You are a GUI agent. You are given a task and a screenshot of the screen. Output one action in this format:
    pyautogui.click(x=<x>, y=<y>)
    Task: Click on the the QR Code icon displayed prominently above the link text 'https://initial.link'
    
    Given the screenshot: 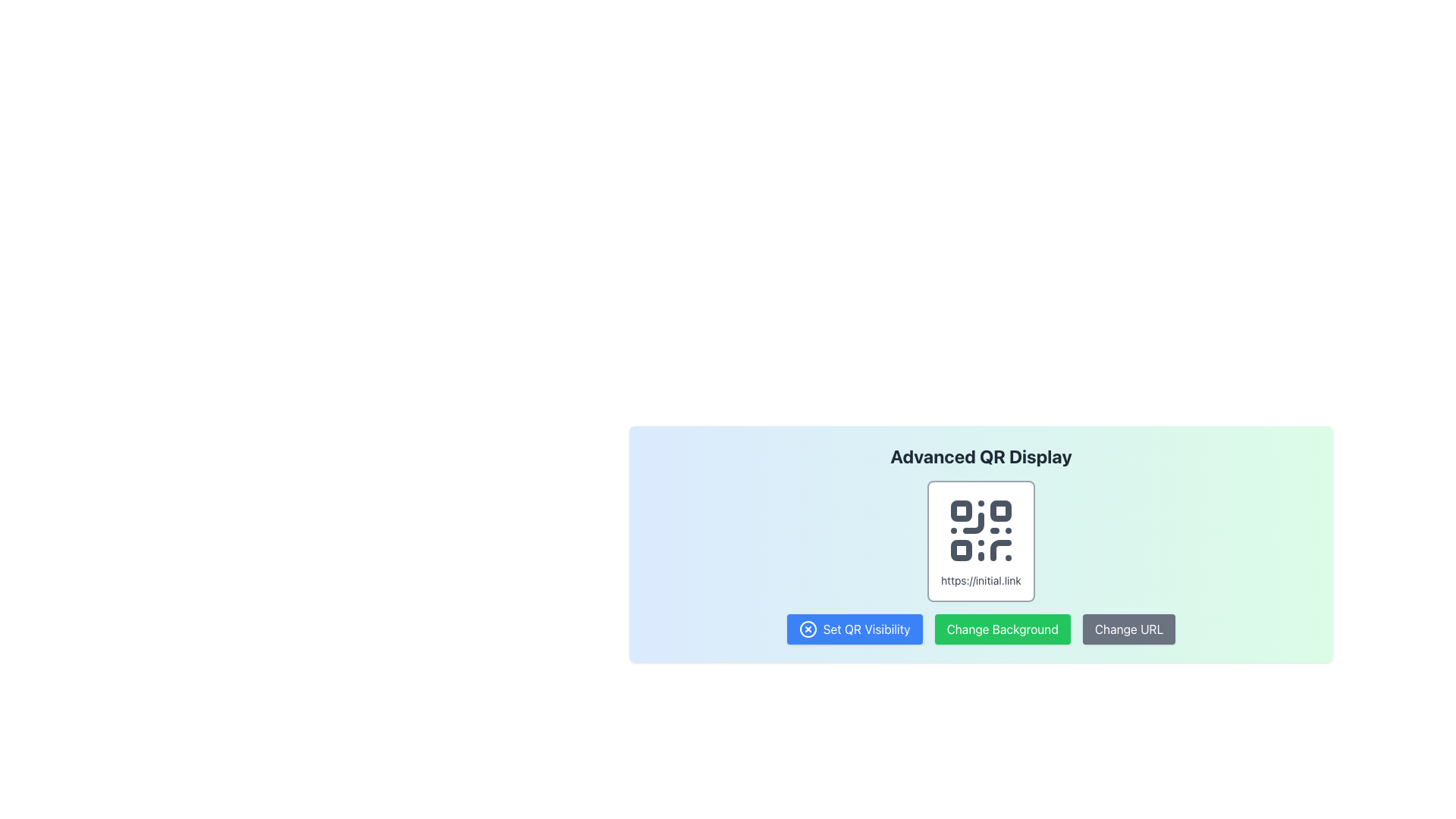 What is the action you would take?
    pyautogui.click(x=981, y=529)
    